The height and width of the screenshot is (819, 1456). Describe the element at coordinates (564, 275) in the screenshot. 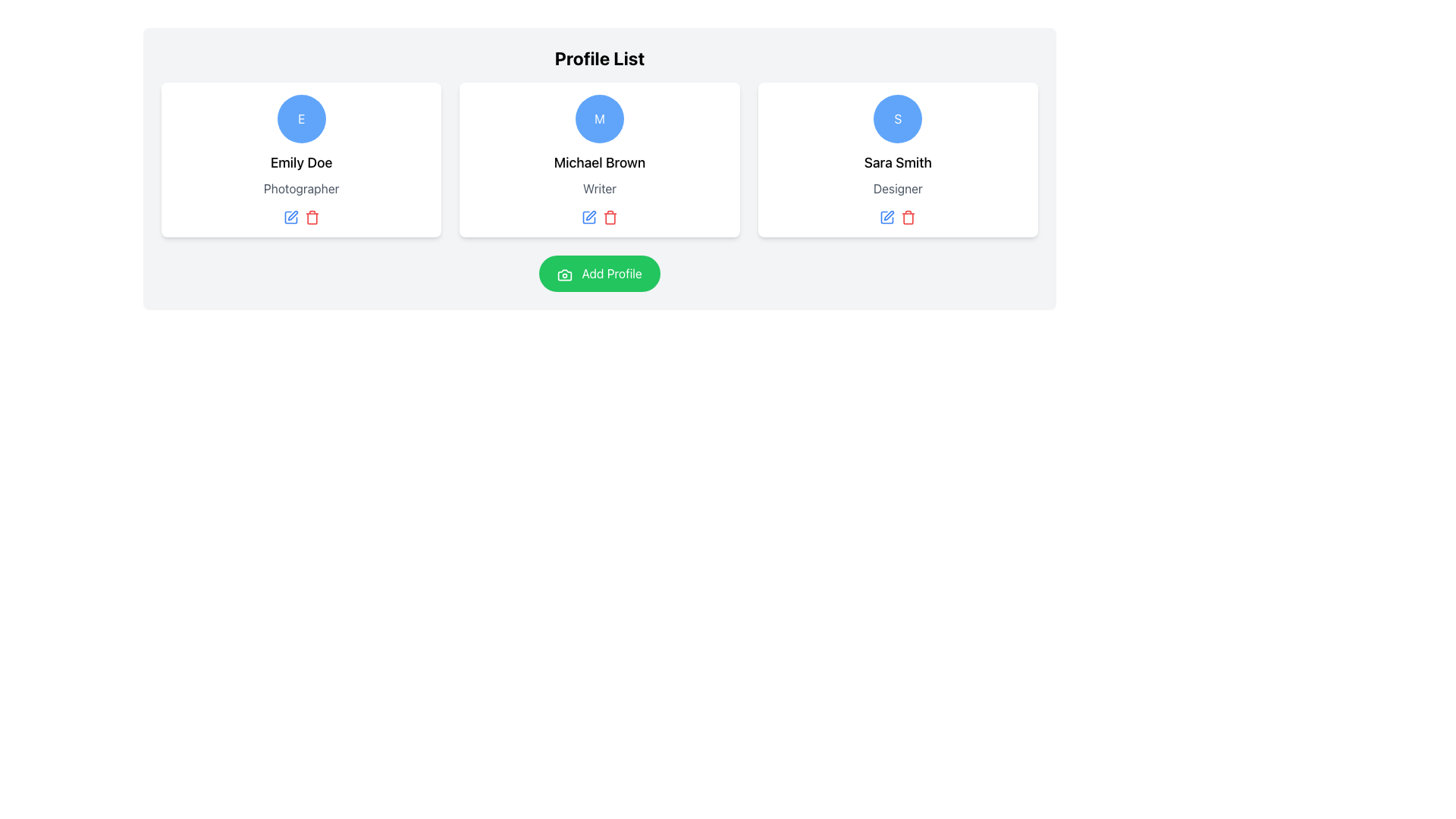

I see `the camera icon located to the left of the 'Add Profile' text within the green button at the bottom of the profile list` at that location.